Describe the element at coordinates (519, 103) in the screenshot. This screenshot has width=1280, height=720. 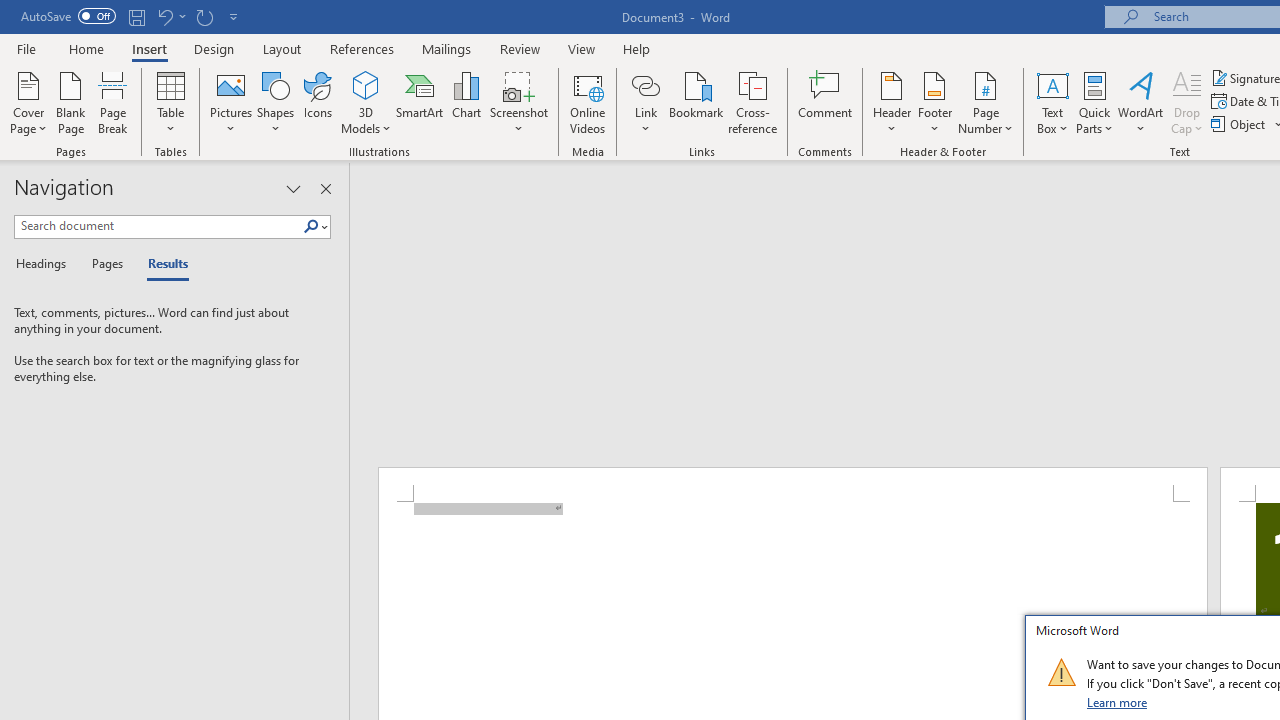
I see `'Screenshot'` at that location.